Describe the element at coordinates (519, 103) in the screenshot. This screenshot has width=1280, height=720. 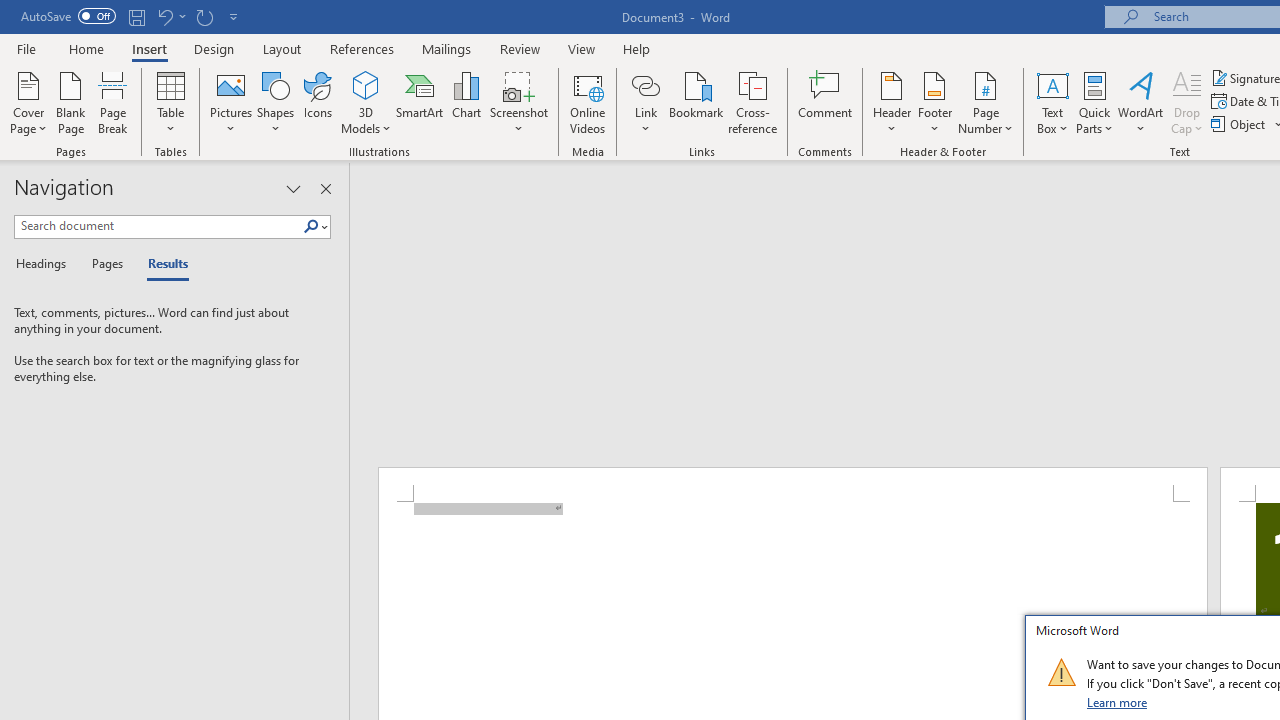
I see `'Screenshot'` at that location.